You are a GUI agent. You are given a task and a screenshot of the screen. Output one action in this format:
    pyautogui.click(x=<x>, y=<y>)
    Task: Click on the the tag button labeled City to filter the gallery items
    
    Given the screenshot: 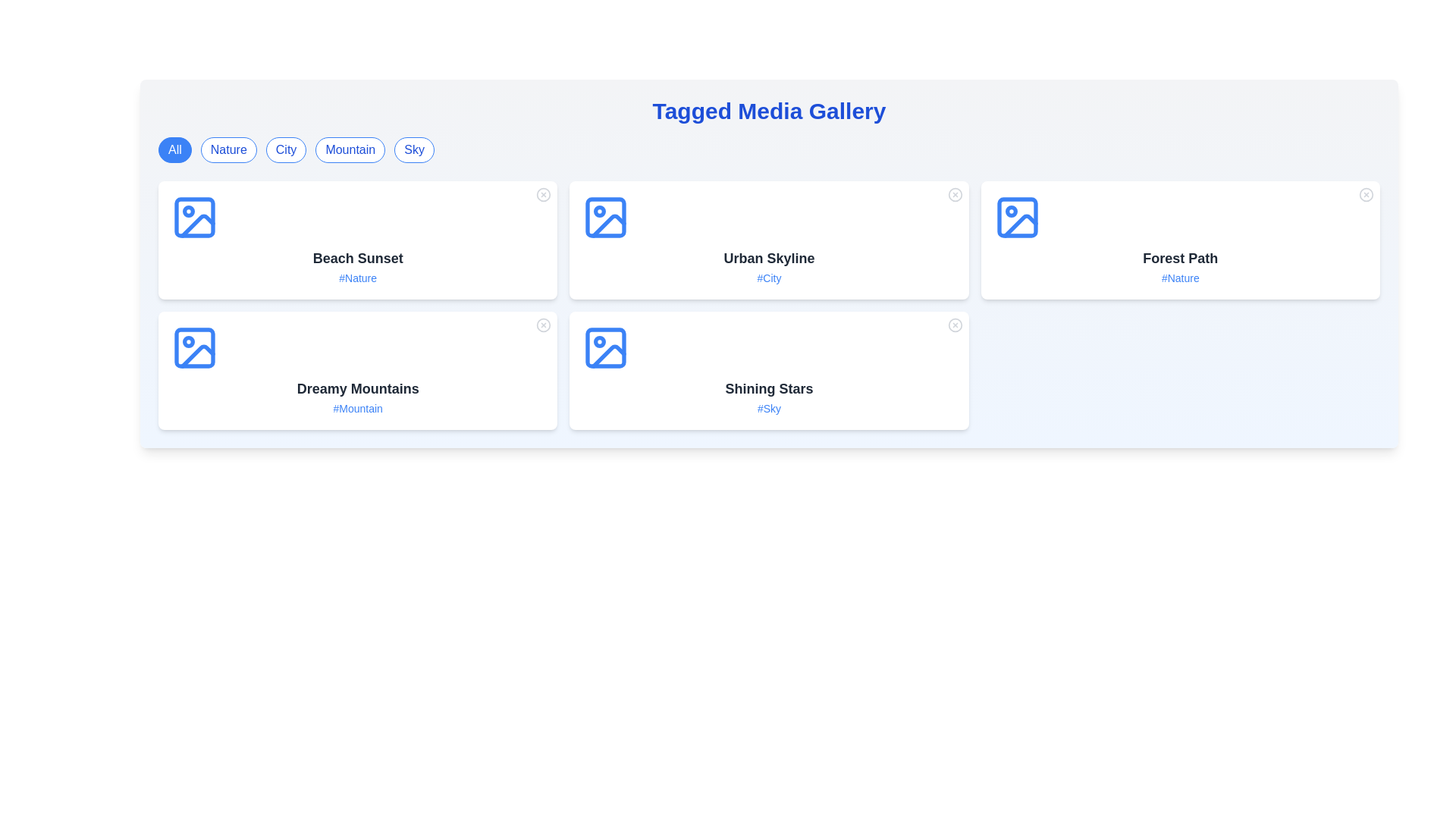 What is the action you would take?
    pyautogui.click(x=286, y=149)
    